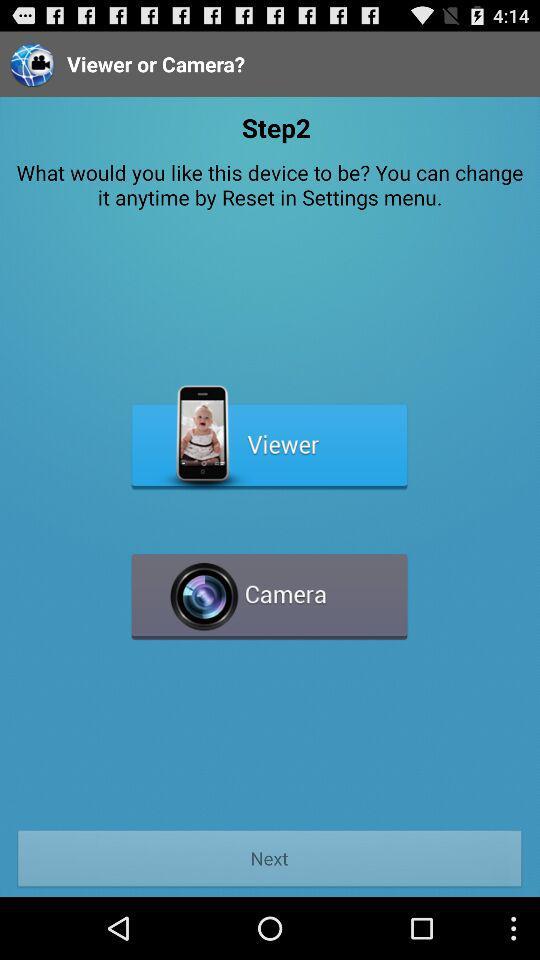 This screenshot has height=960, width=540. Describe the element at coordinates (269, 588) in the screenshot. I see `camera` at that location.